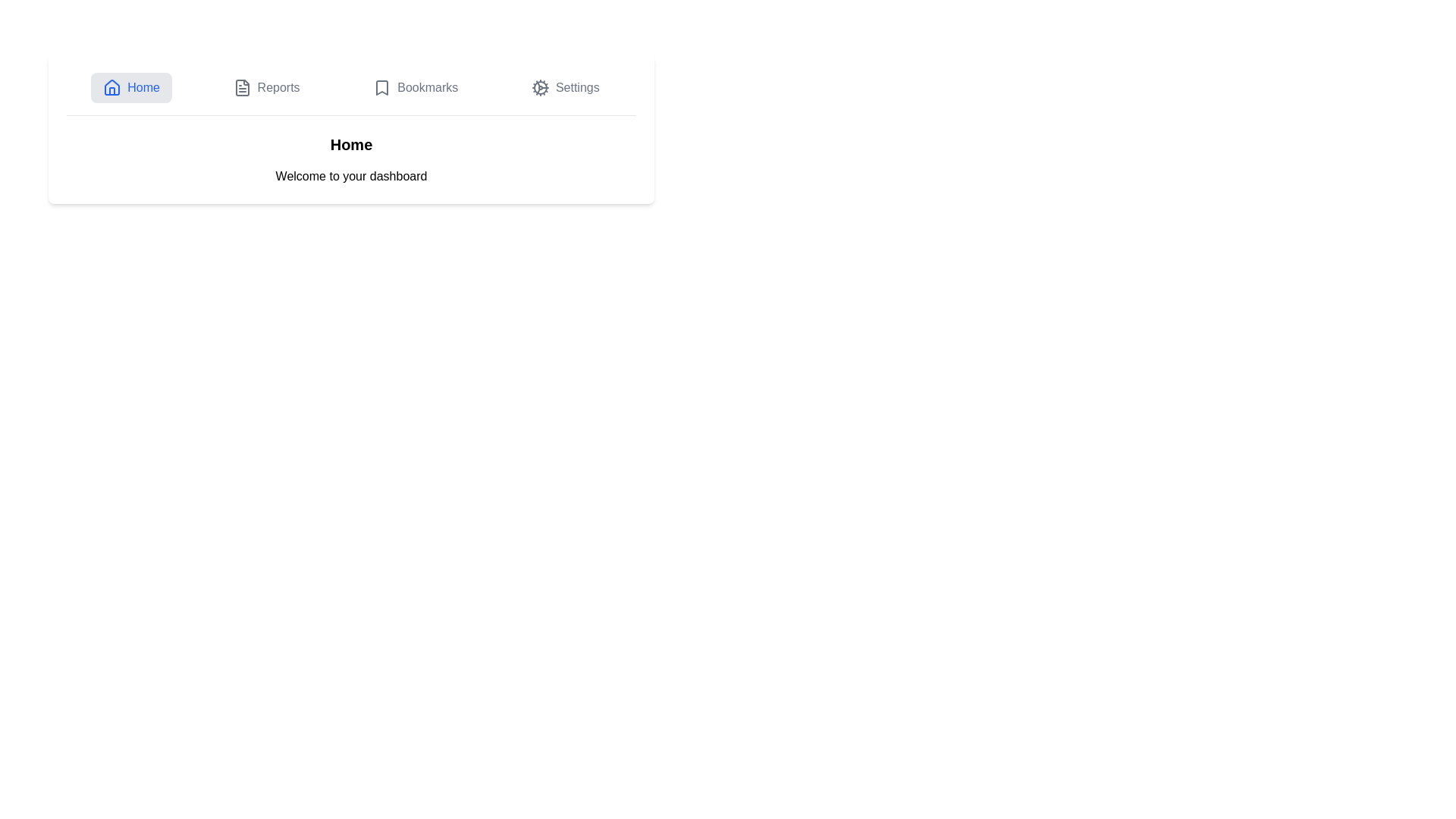 The width and height of the screenshot is (1456, 819). I want to click on the static text display that shows 'Welcome to your dashboard', which is centrally aligned and positioned below the 'Home' text, so click(350, 175).